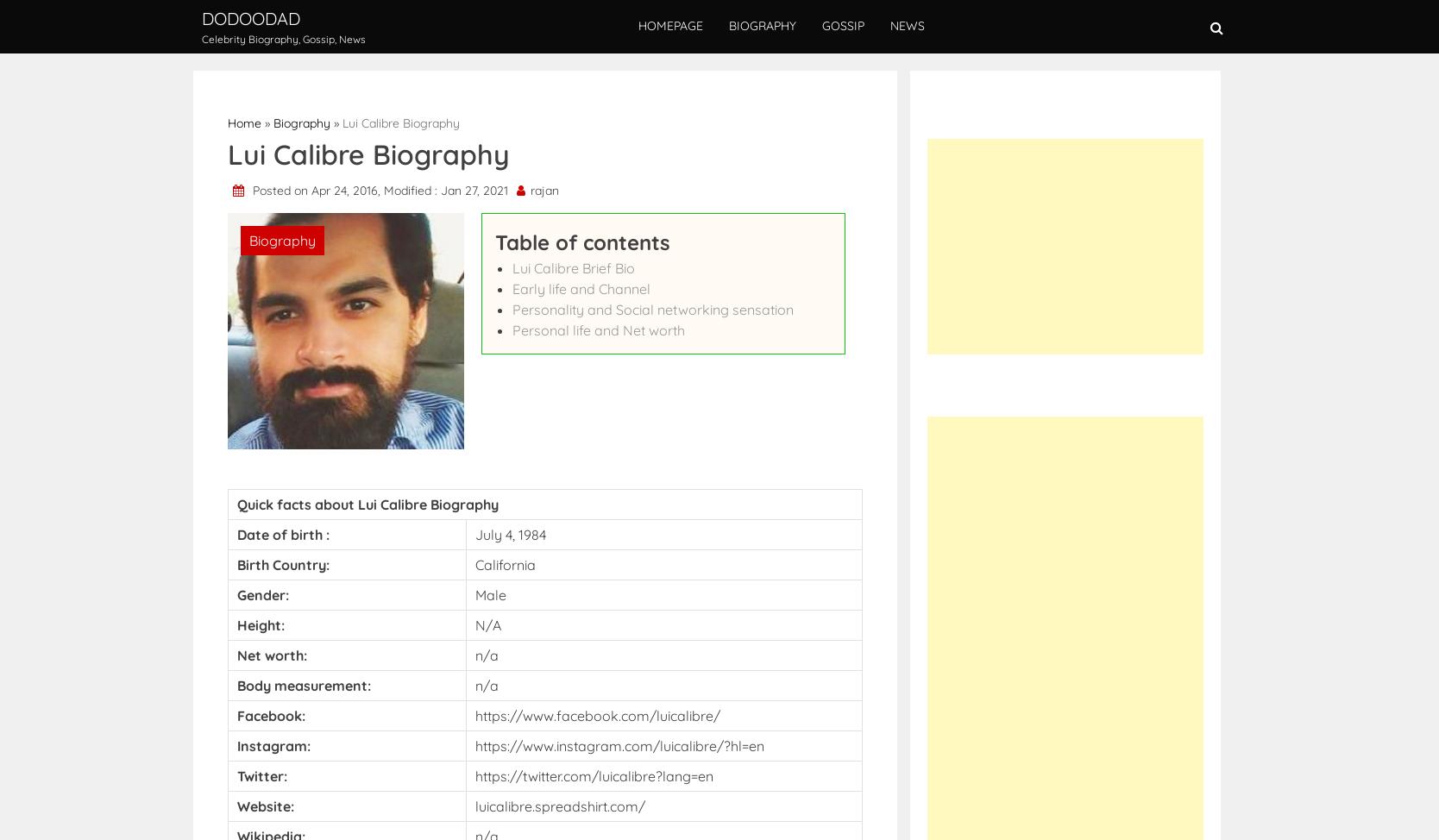  What do you see at coordinates (842, 25) in the screenshot?
I see `'Gossip'` at bounding box center [842, 25].